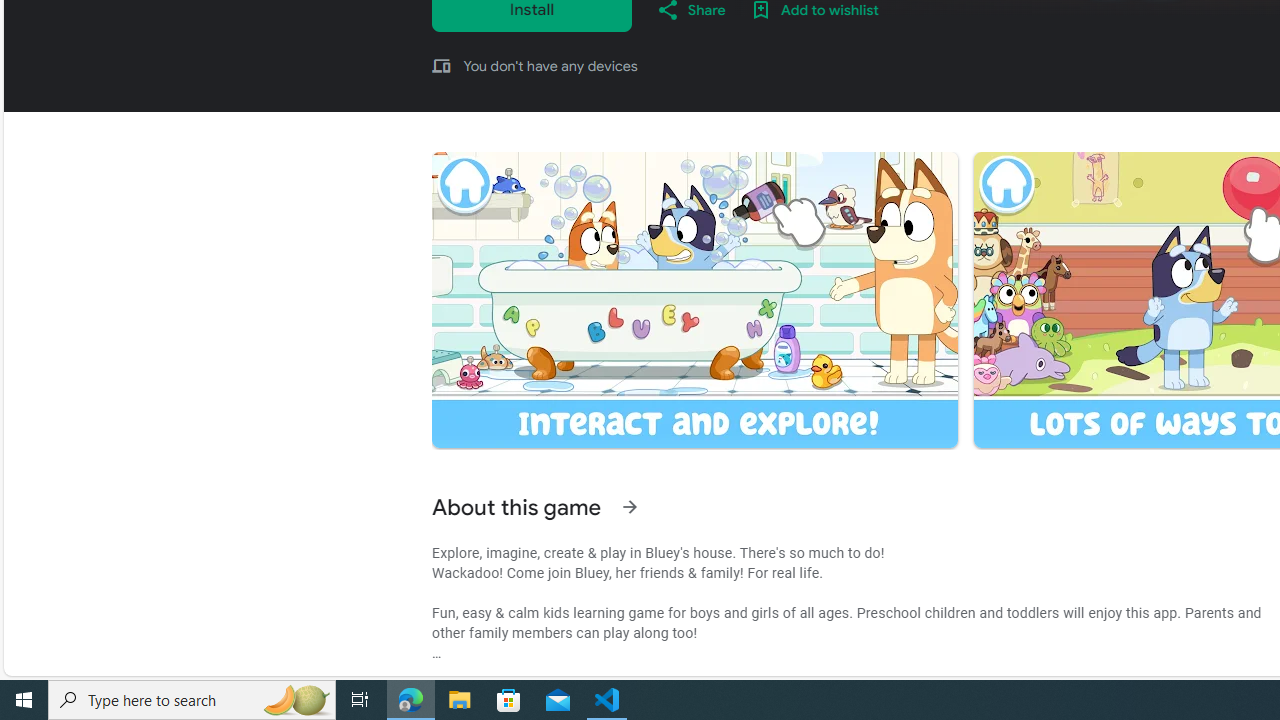 This screenshot has height=720, width=1280. What do you see at coordinates (550, 64) in the screenshot?
I see `'You don'` at bounding box center [550, 64].